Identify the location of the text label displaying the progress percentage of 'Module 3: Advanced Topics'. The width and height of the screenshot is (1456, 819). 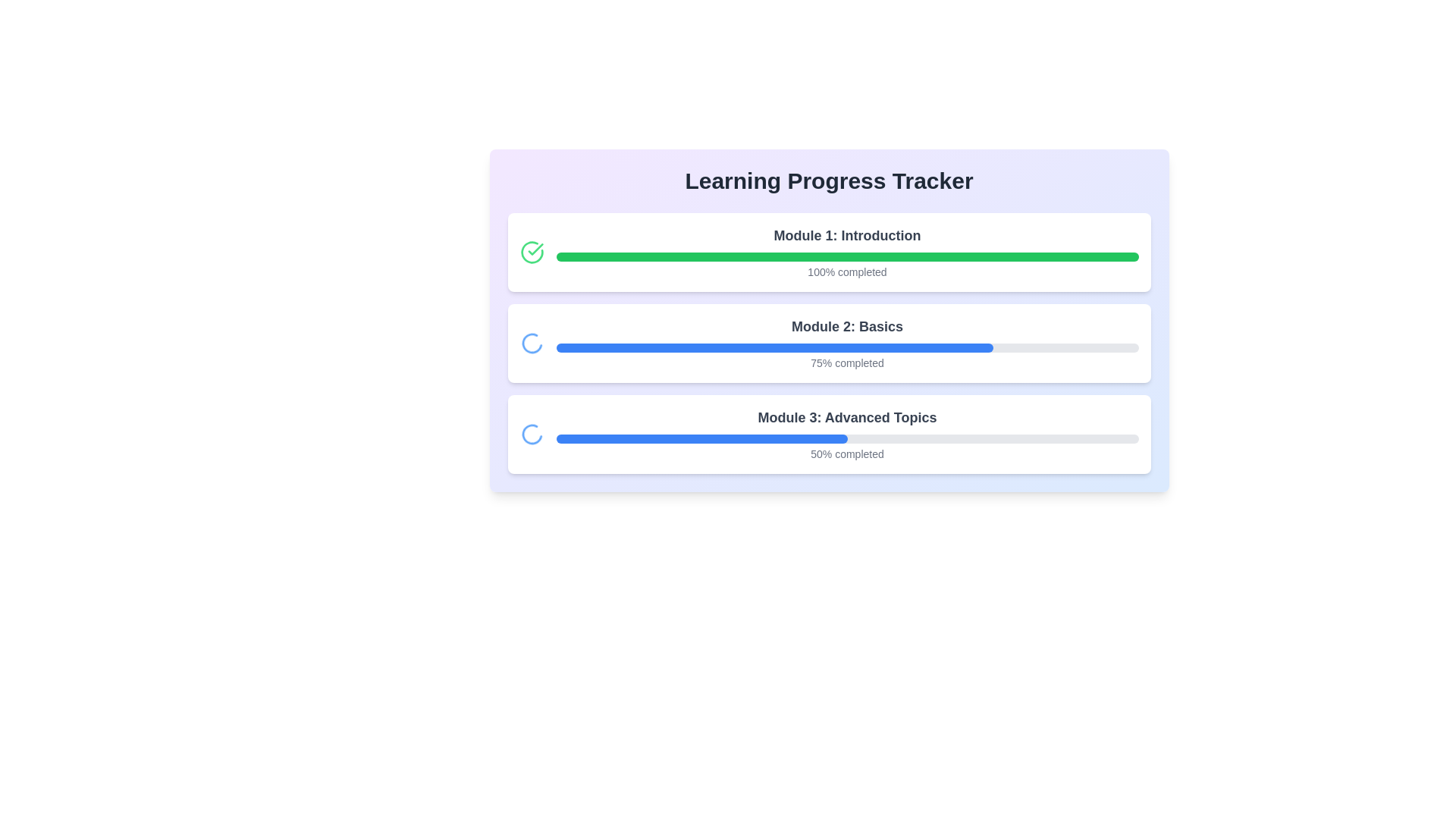
(846, 453).